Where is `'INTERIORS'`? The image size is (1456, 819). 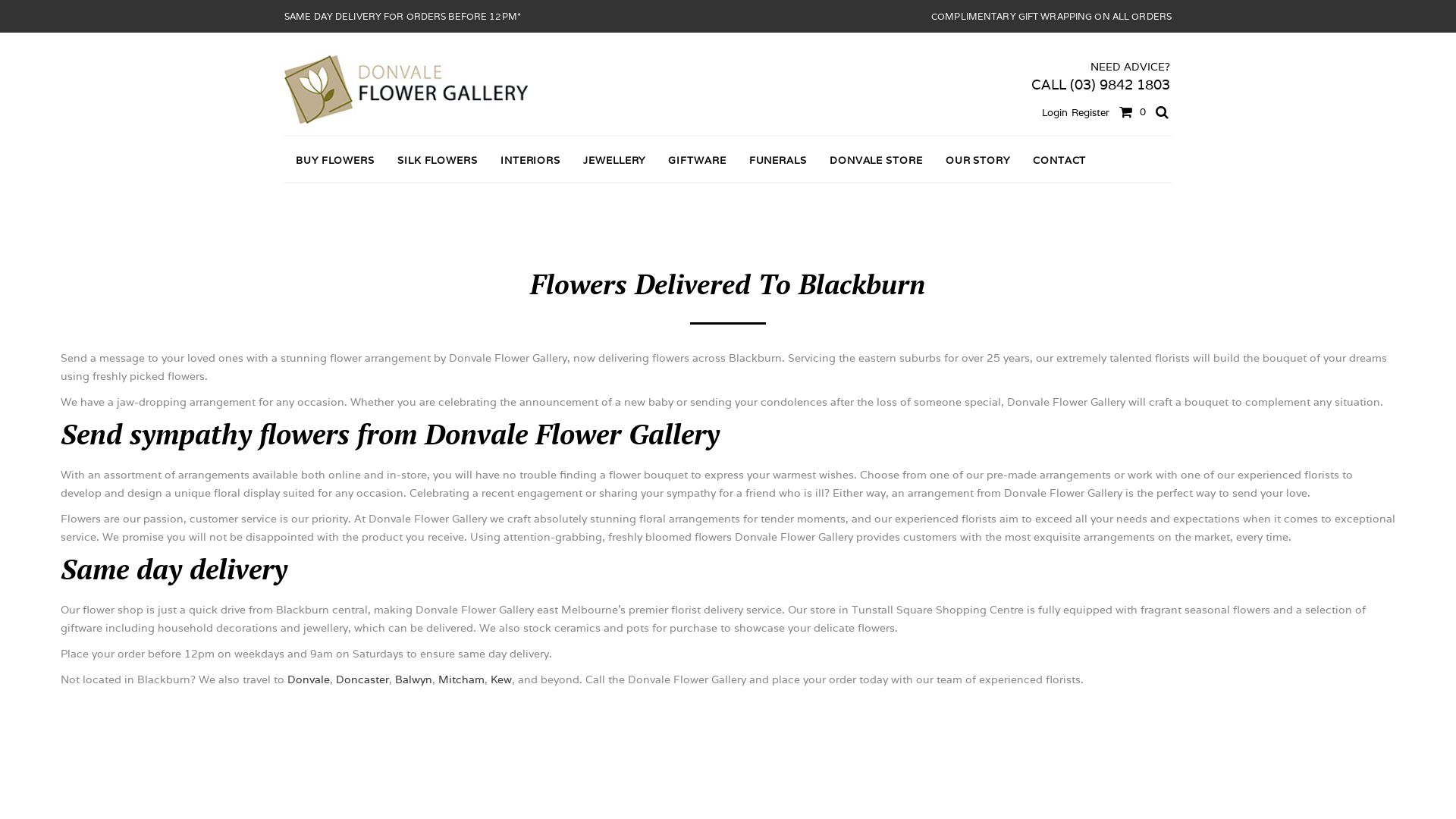
'INTERIORS' is located at coordinates (488, 160).